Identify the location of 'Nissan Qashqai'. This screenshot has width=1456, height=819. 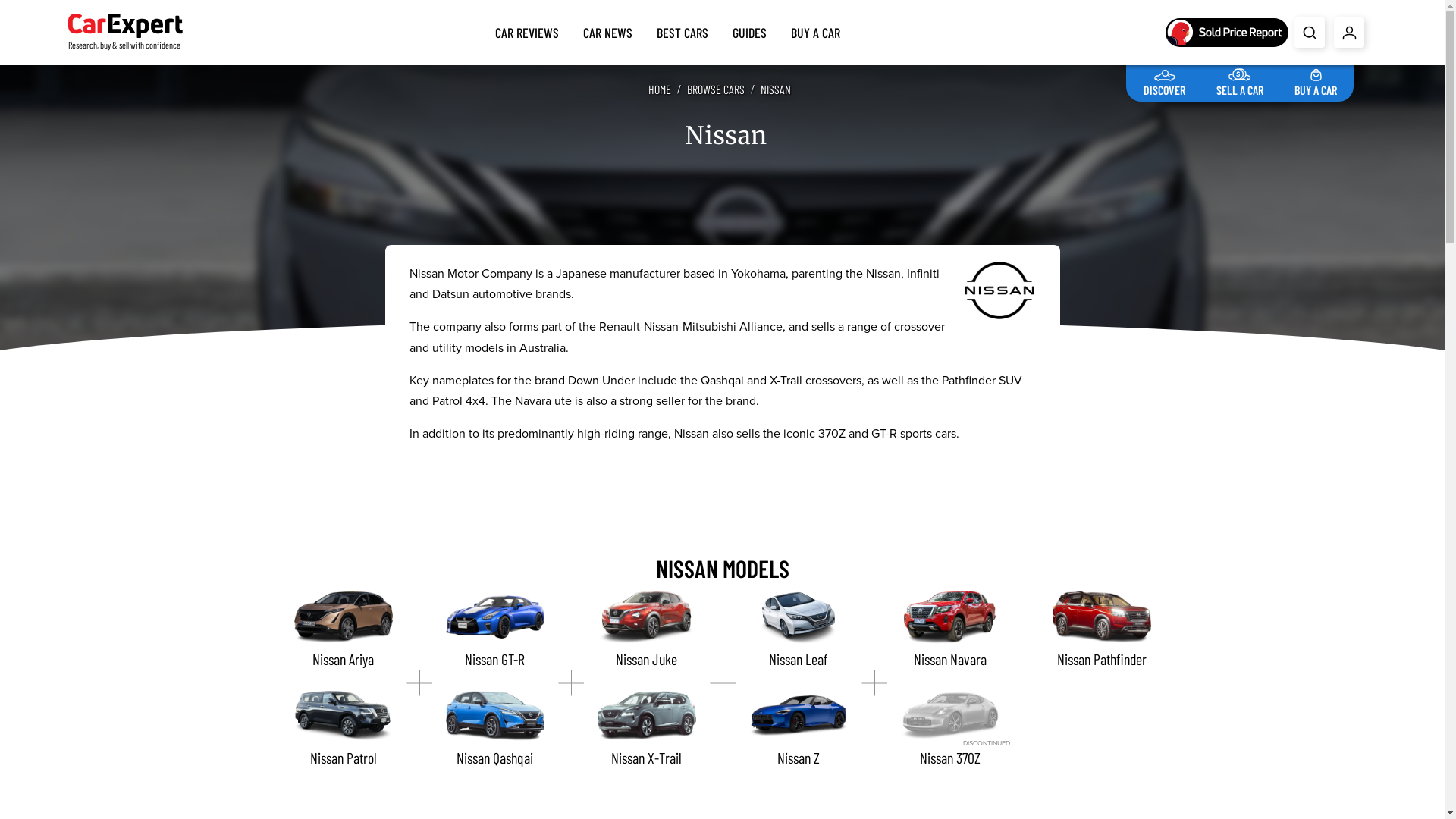
(494, 727).